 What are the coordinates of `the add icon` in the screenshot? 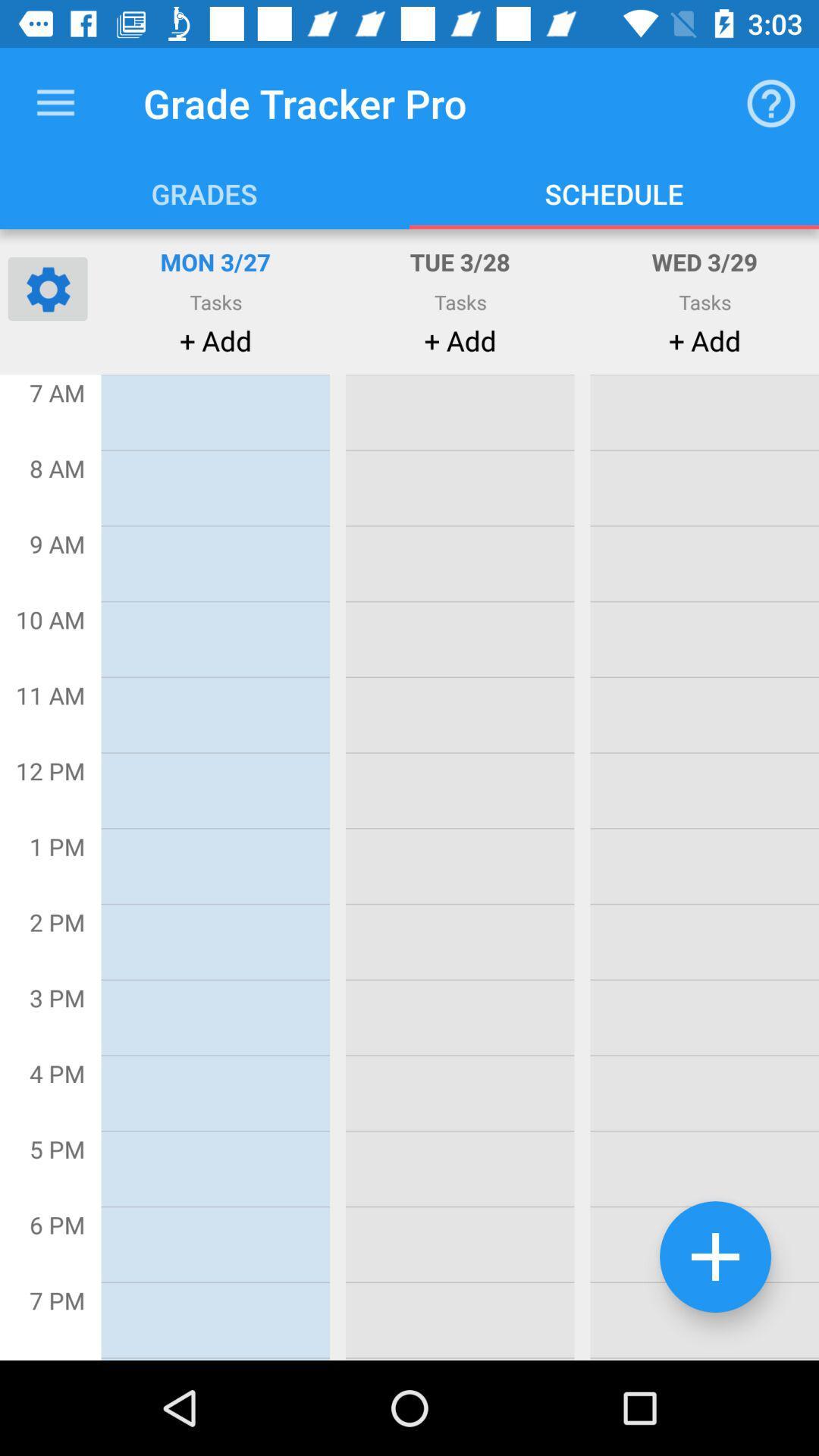 It's located at (715, 1257).